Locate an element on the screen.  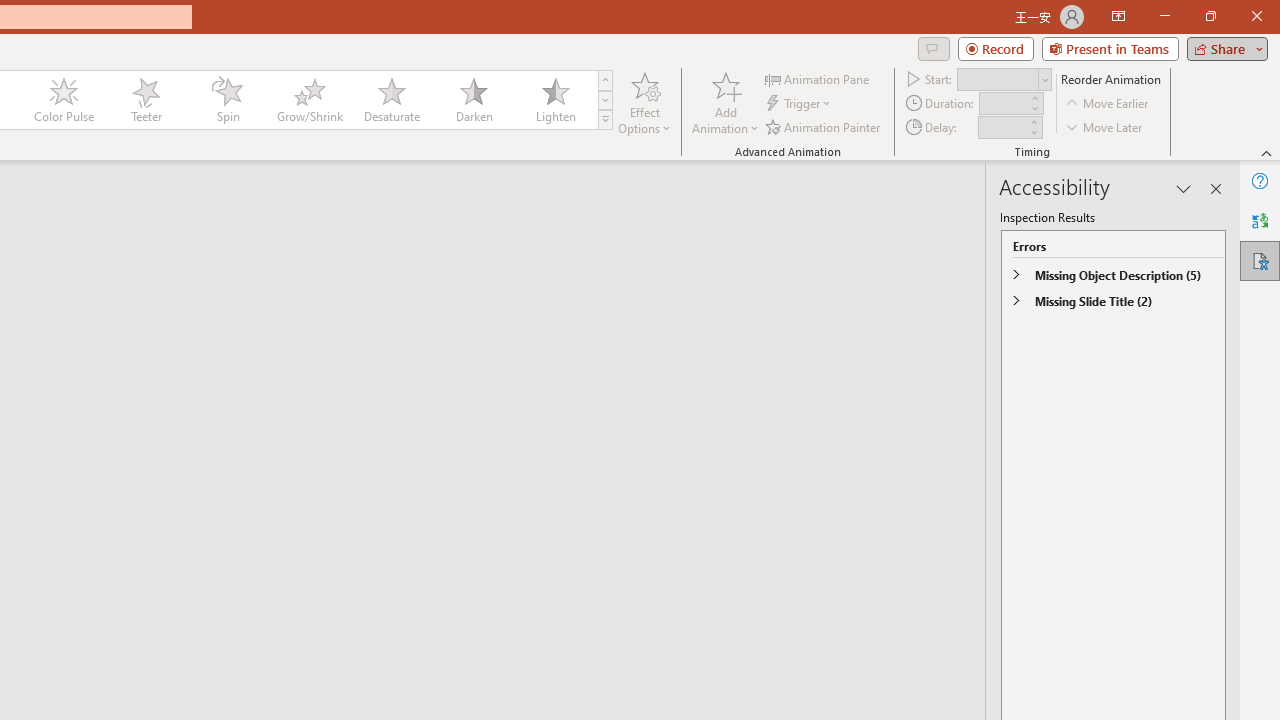
'Animation Delay' is located at coordinates (1002, 127).